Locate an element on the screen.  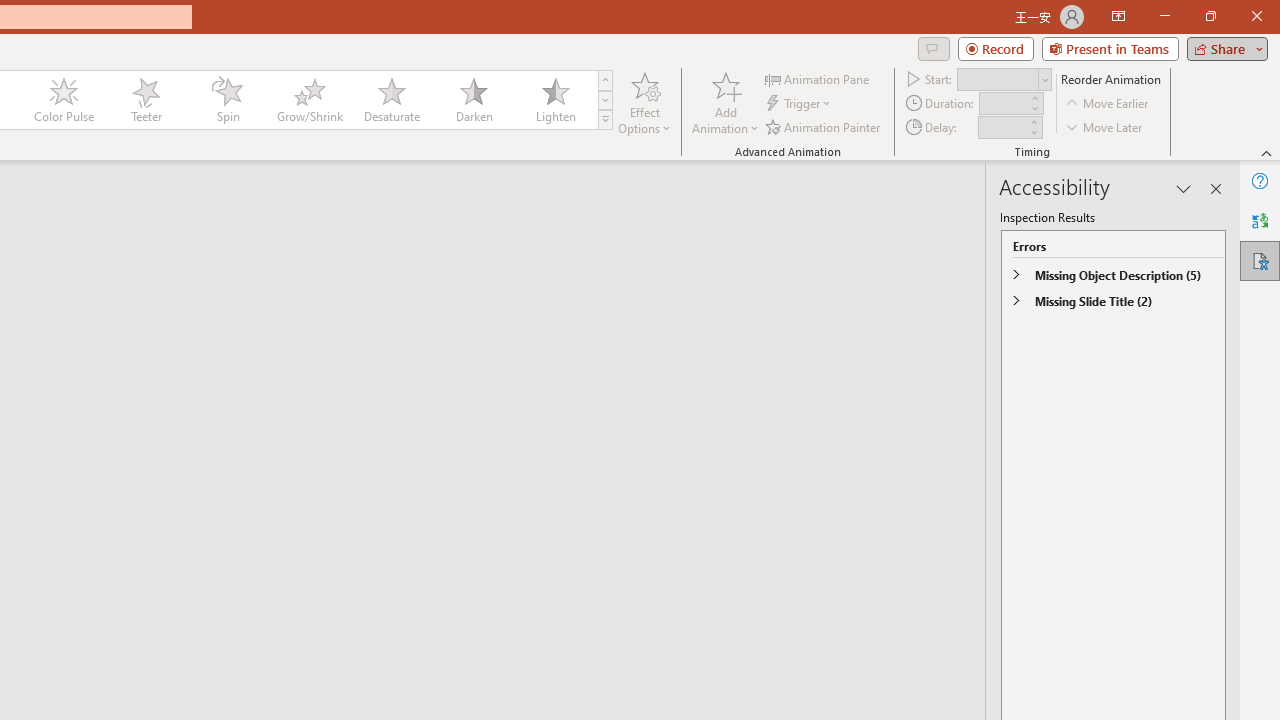
'Animation Delay' is located at coordinates (1002, 127).